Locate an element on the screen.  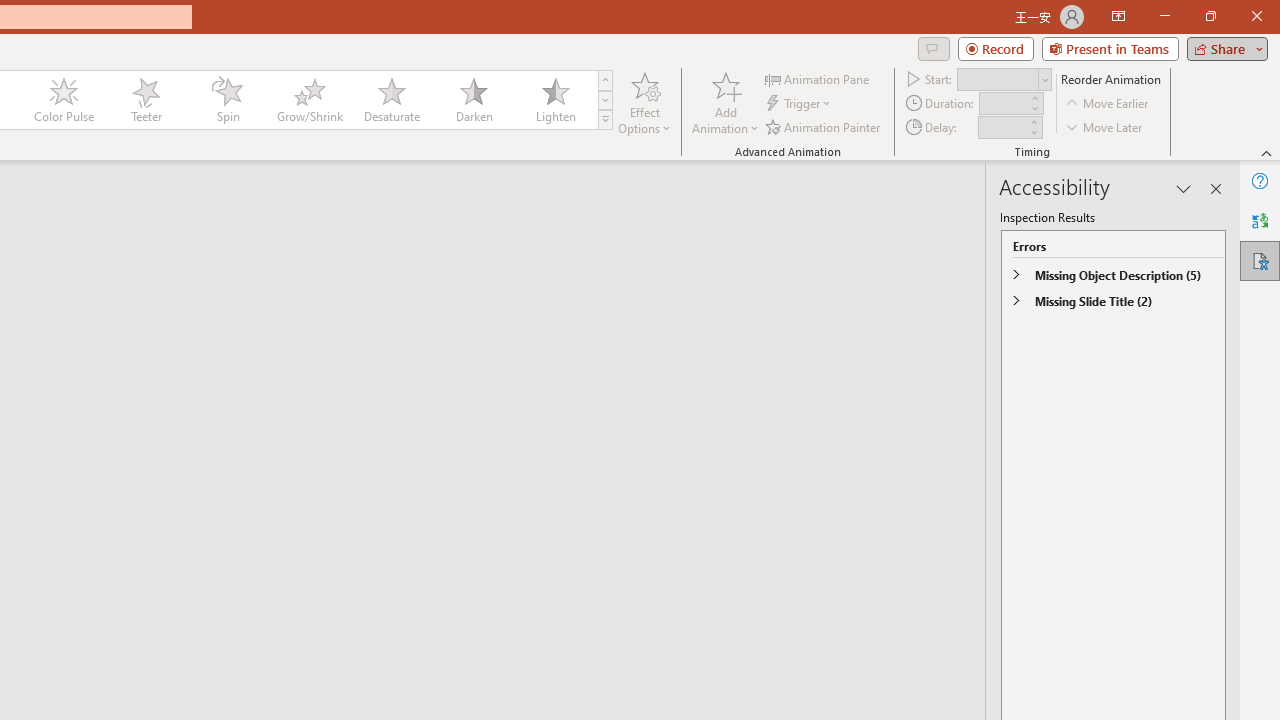
'Animation Delay' is located at coordinates (1002, 127).